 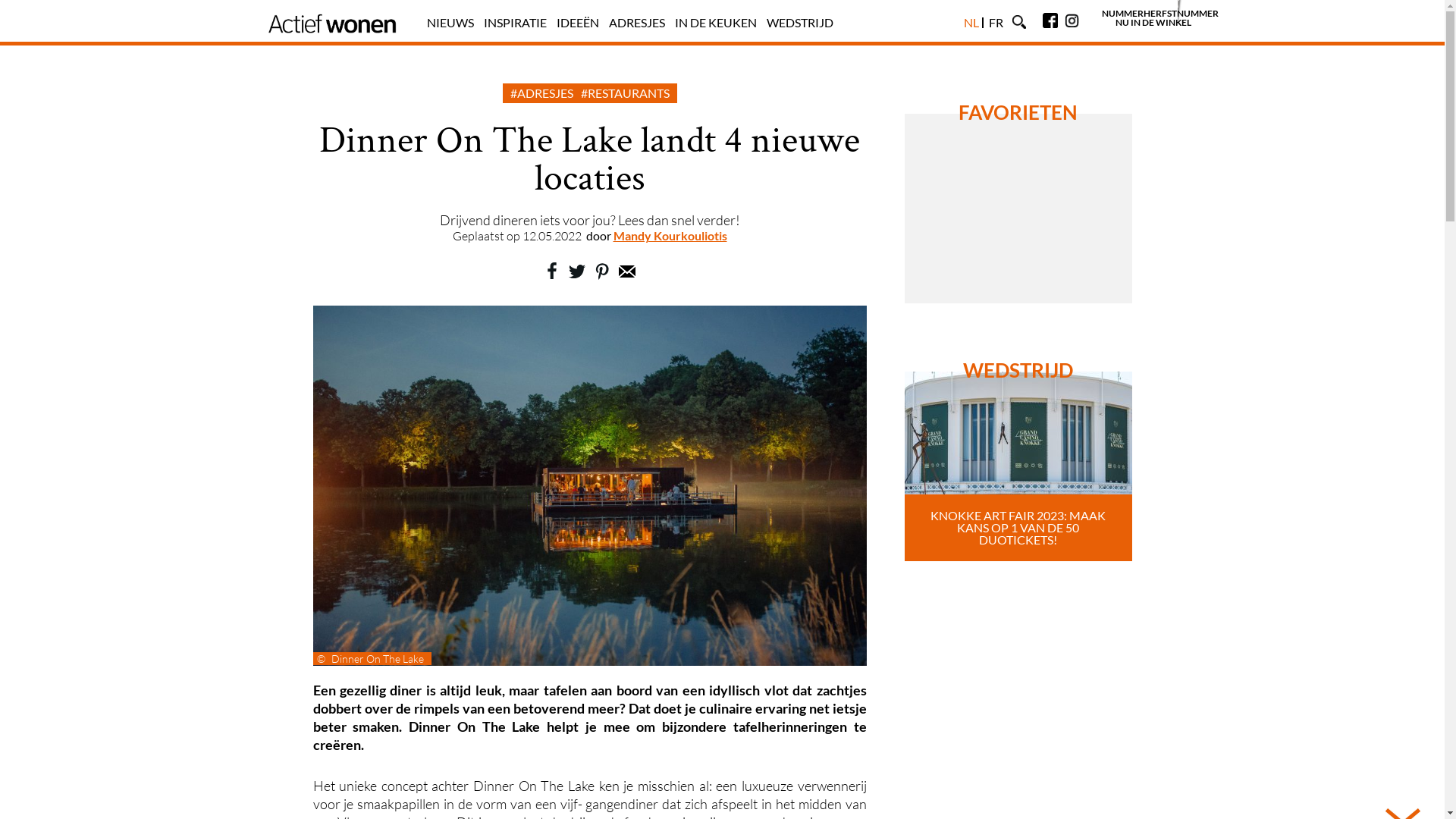 What do you see at coordinates (765, 22) in the screenshot?
I see `'WEDSTRIJD'` at bounding box center [765, 22].